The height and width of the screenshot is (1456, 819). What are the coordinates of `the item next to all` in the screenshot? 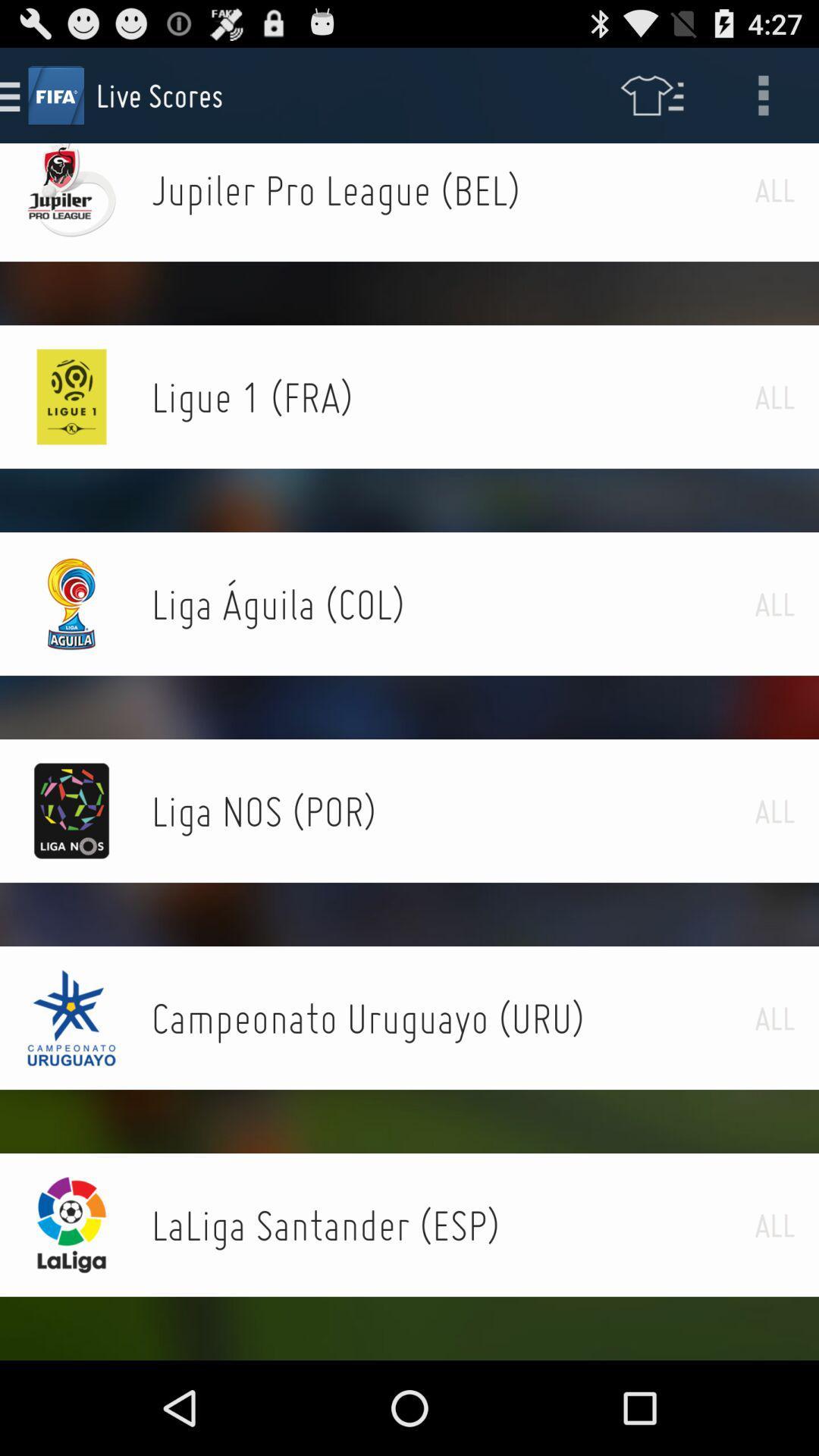 It's located at (452, 189).